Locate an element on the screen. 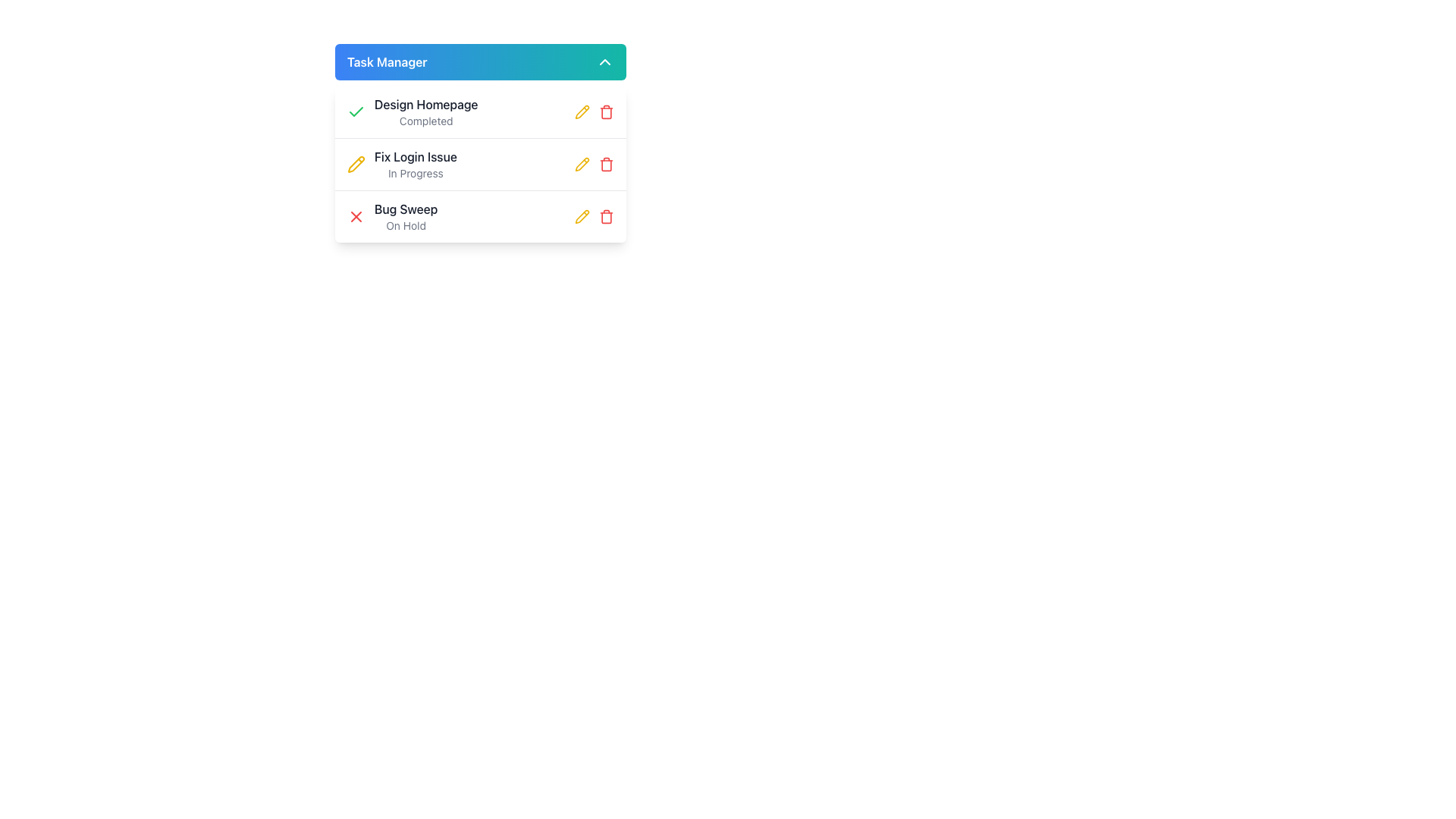  'Completed' text label which indicates the status of the task 'Design Homepage' by clicking on it is located at coordinates (425, 120).